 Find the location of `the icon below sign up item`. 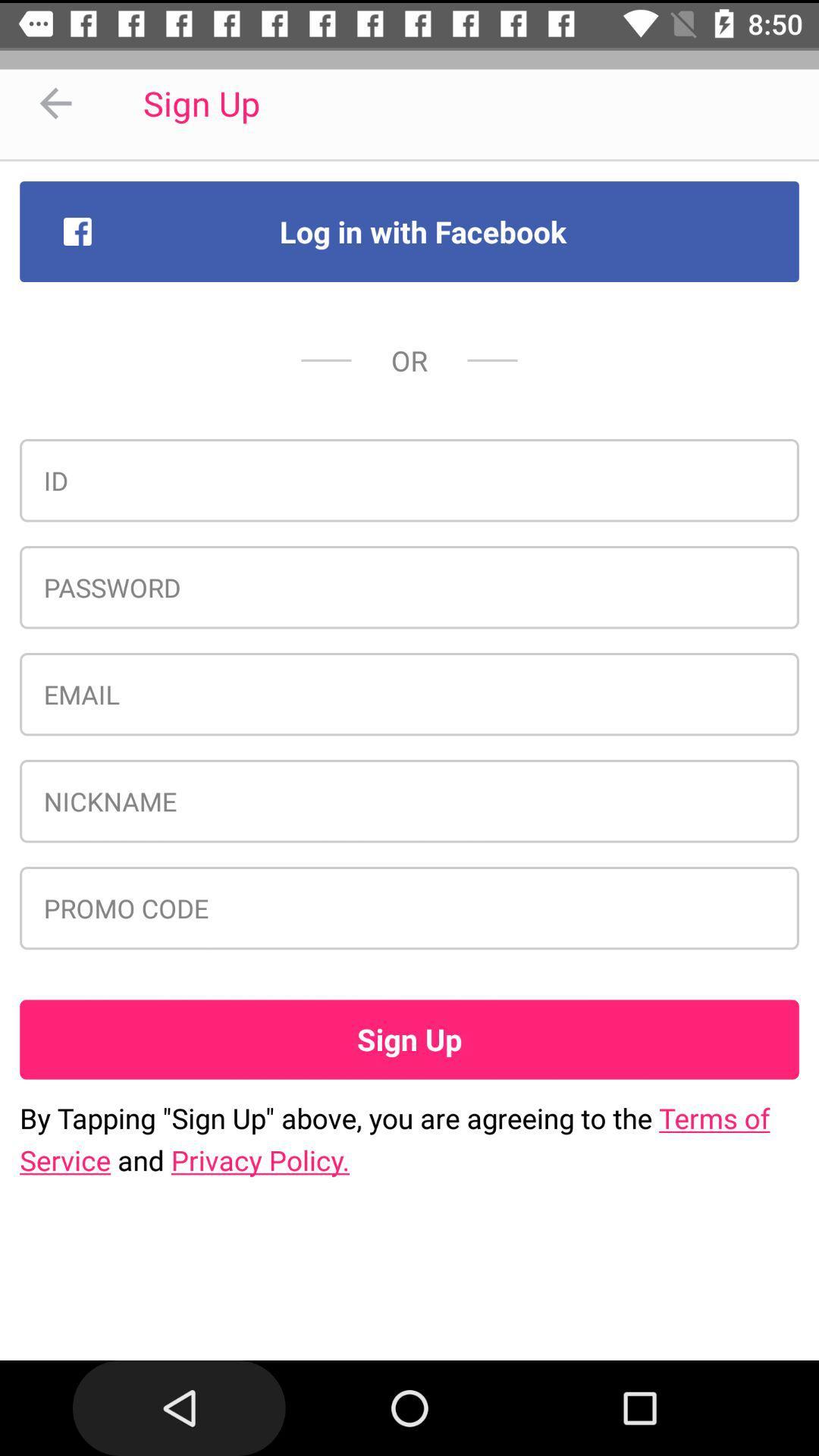

the icon below sign up item is located at coordinates (409, 1139).